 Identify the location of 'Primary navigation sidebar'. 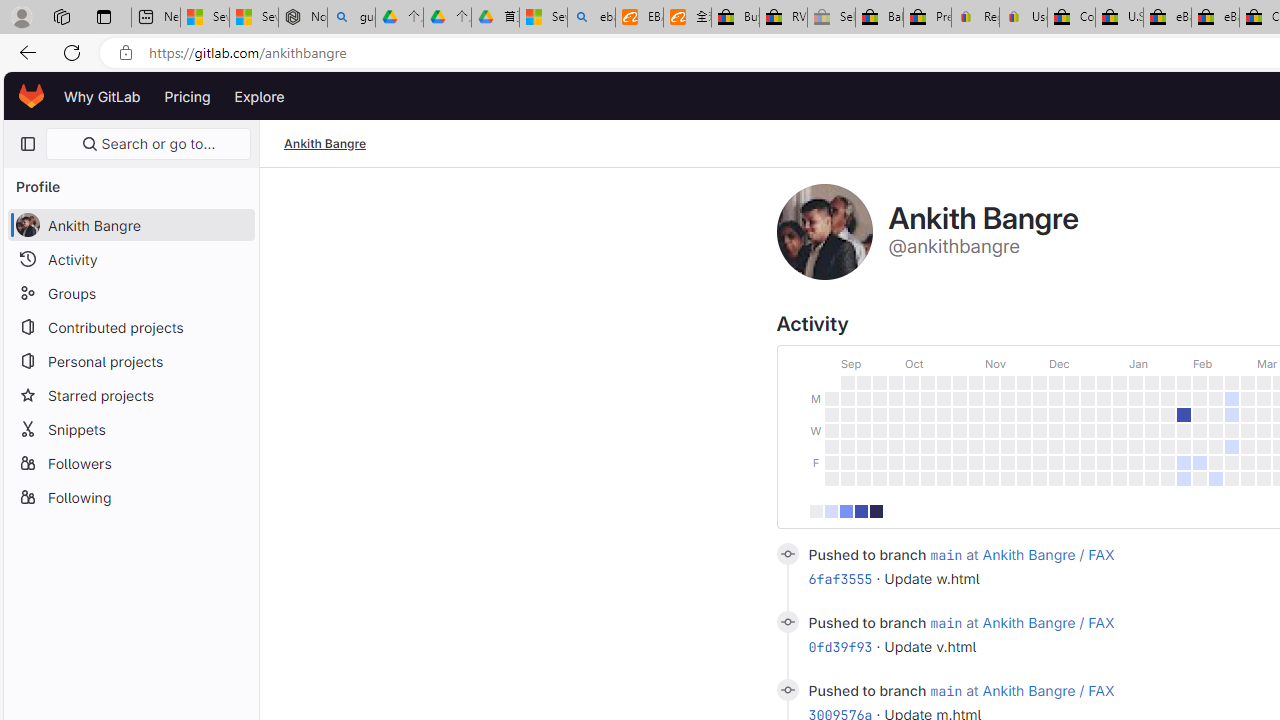
(27, 143).